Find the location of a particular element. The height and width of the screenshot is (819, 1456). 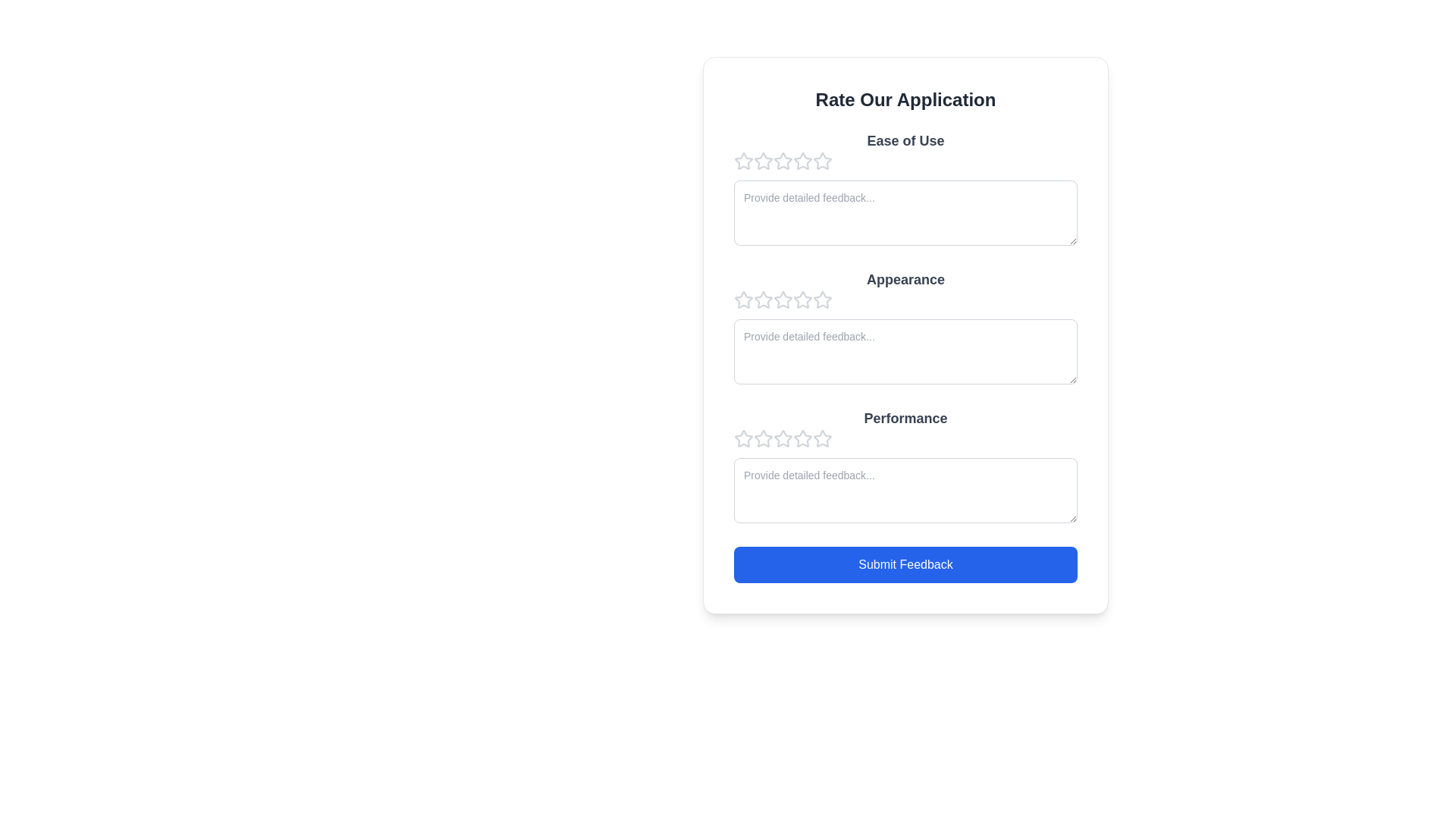

the first star in the third row of the star rating component in the 'Performance' section is located at coordinates (764, 438).